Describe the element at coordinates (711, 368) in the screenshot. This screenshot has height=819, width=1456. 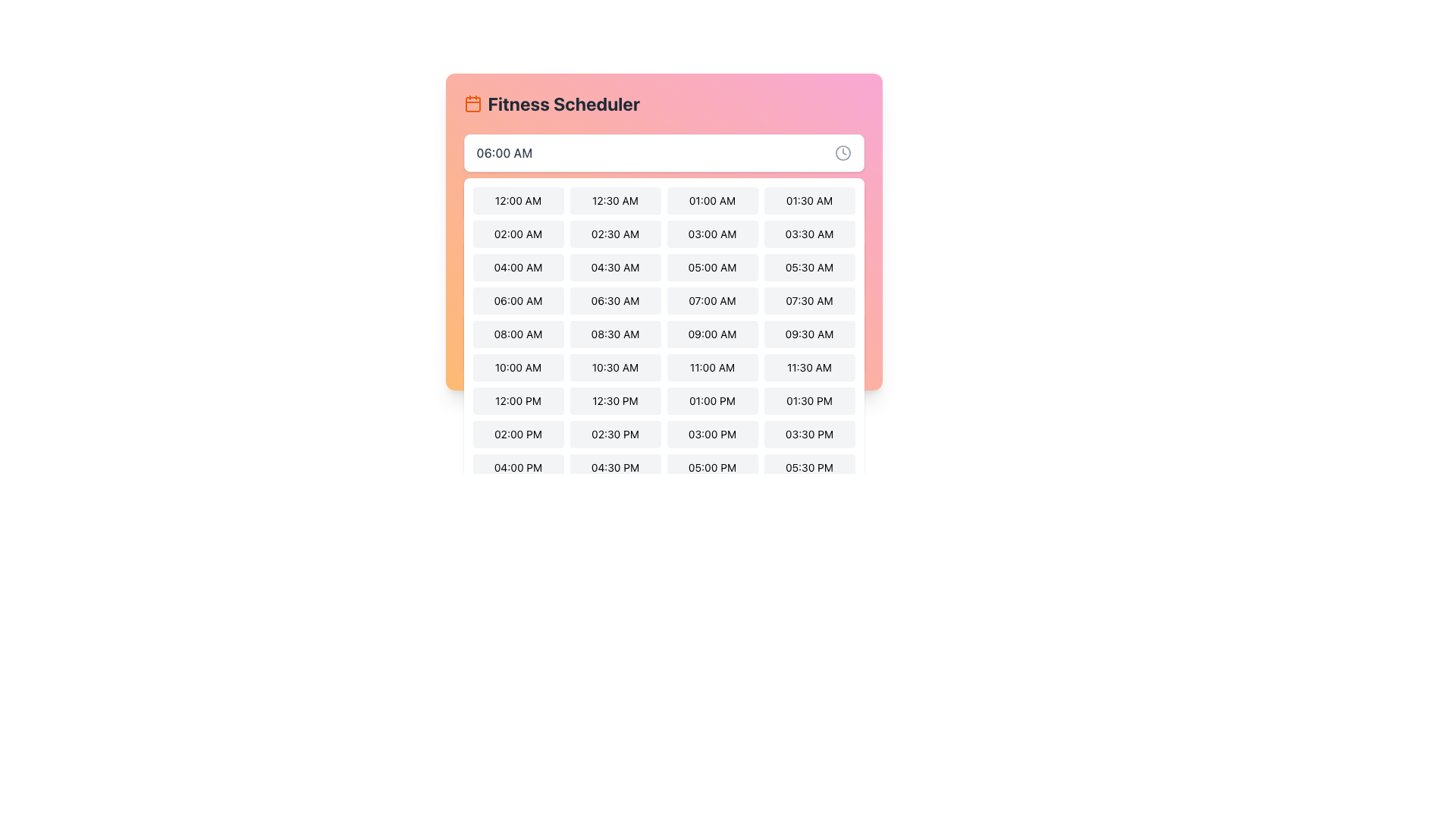
I see `the button in the time selection interface` at that location.